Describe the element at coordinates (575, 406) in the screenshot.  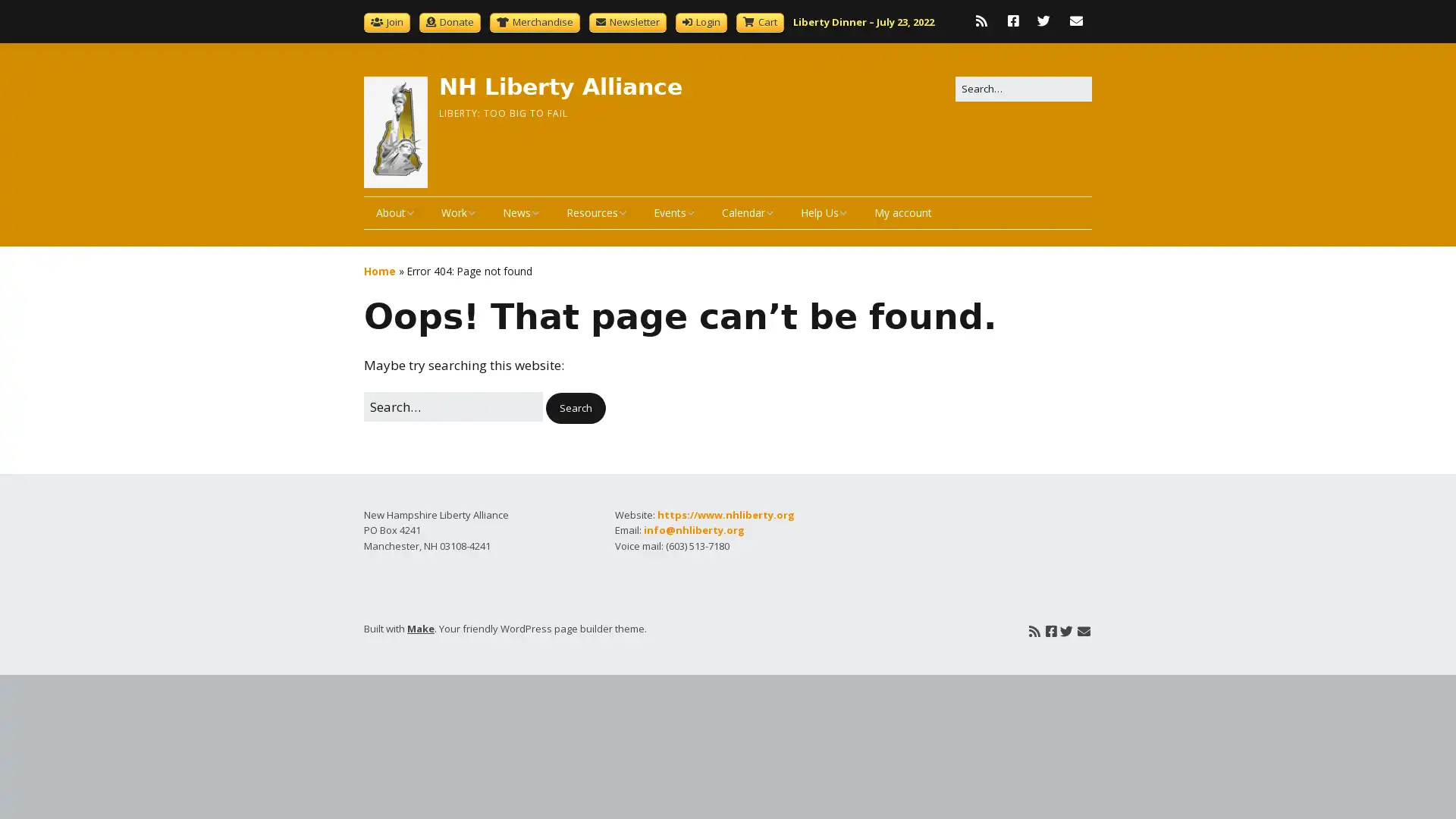
I see `Search` at that location.